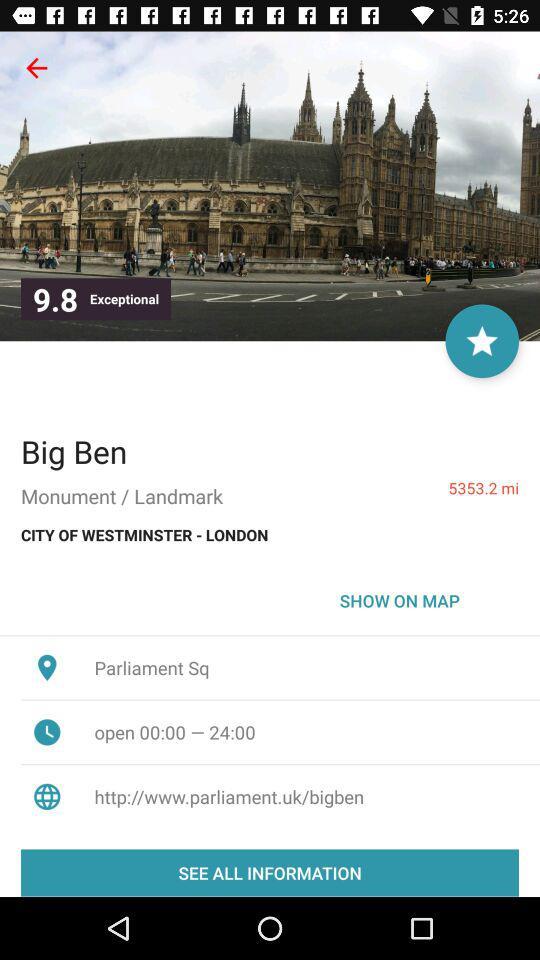  Describe the element at coordinates (481, 341) in the screenshot. I see `to favourite` at that location.